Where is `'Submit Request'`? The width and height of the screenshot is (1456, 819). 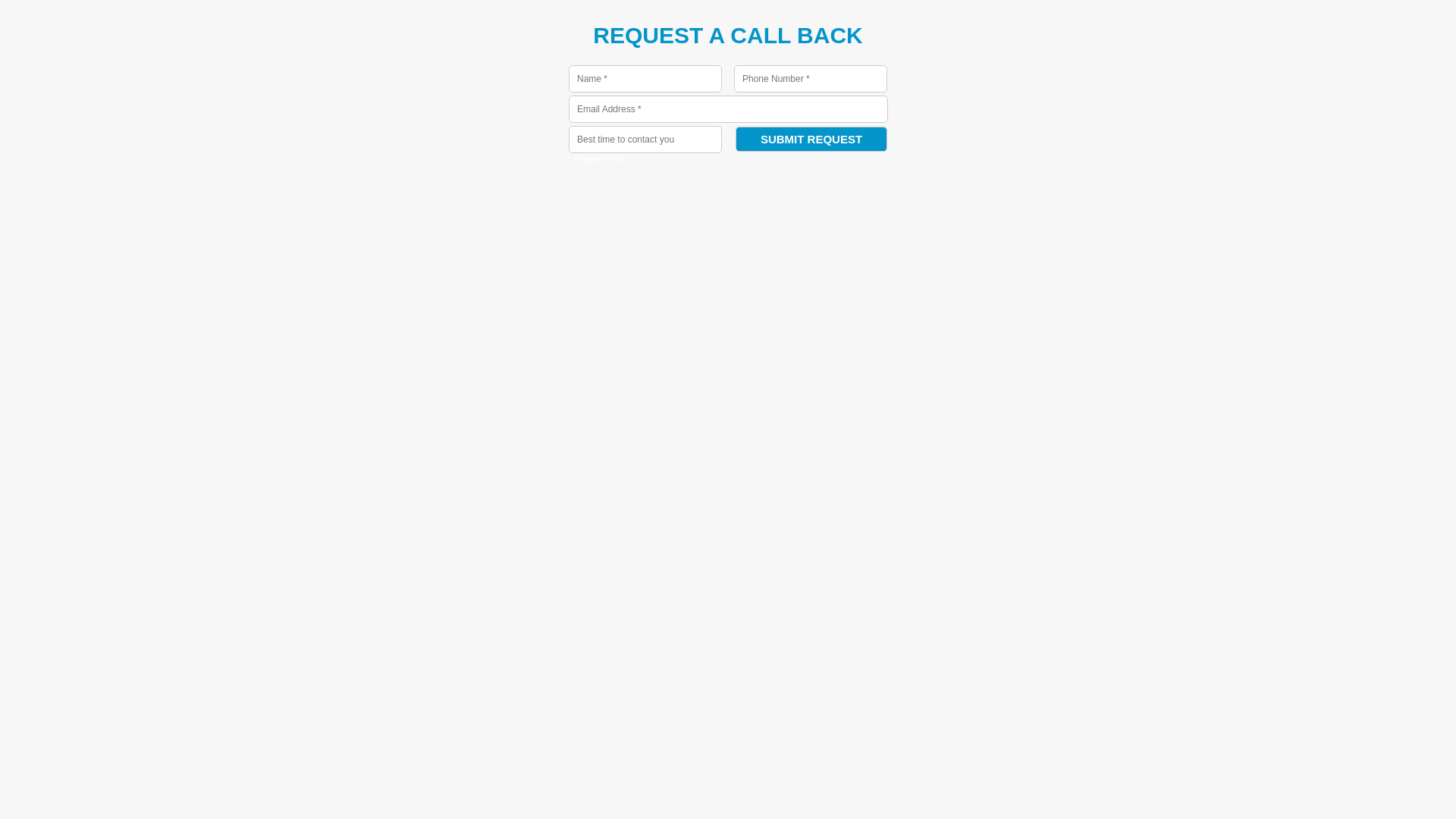 'Submit Request' is located at coordinates (811, 139).